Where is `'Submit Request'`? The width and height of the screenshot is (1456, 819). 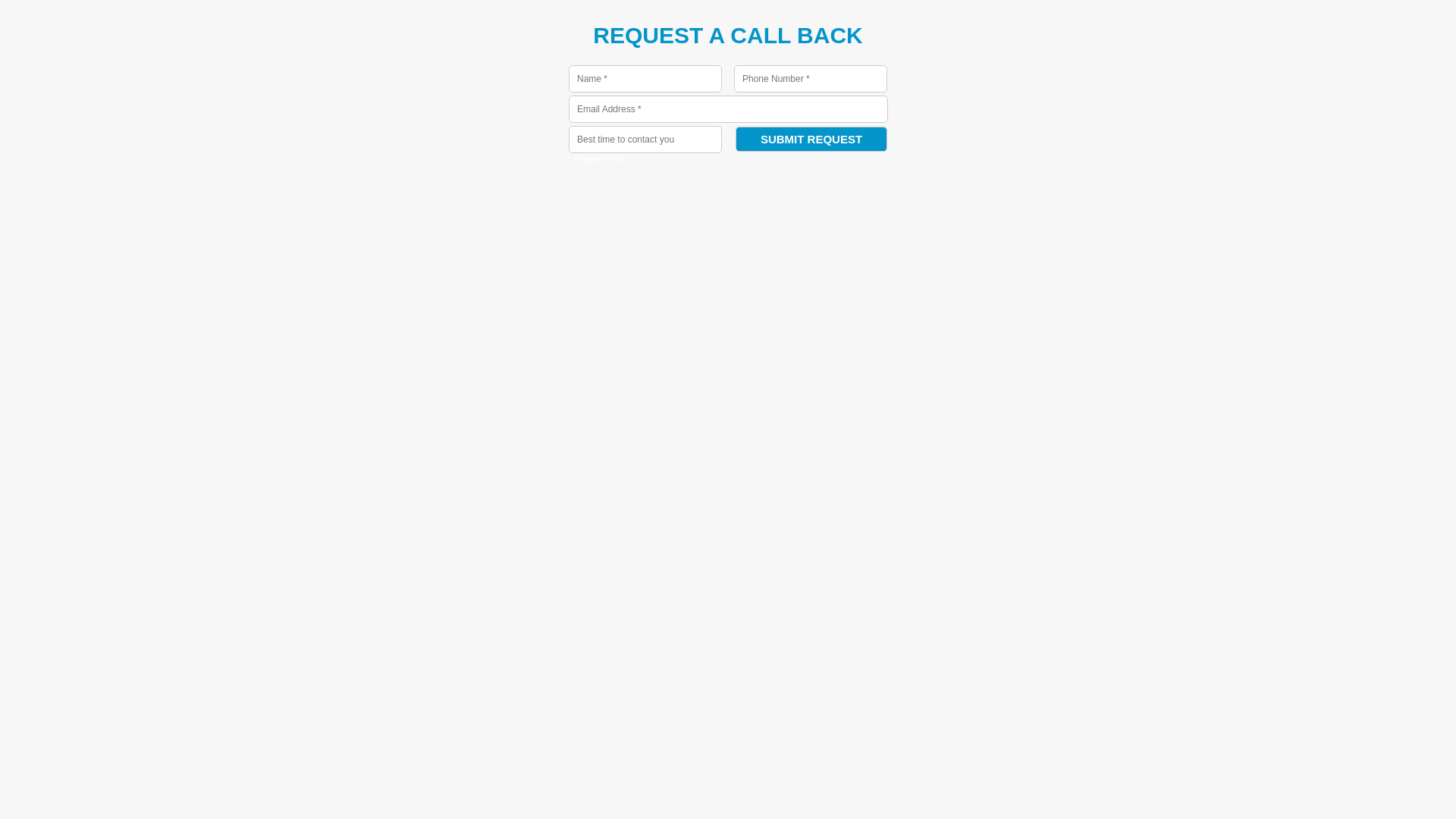 'Submit Request' is located at coordinates (811, 139).